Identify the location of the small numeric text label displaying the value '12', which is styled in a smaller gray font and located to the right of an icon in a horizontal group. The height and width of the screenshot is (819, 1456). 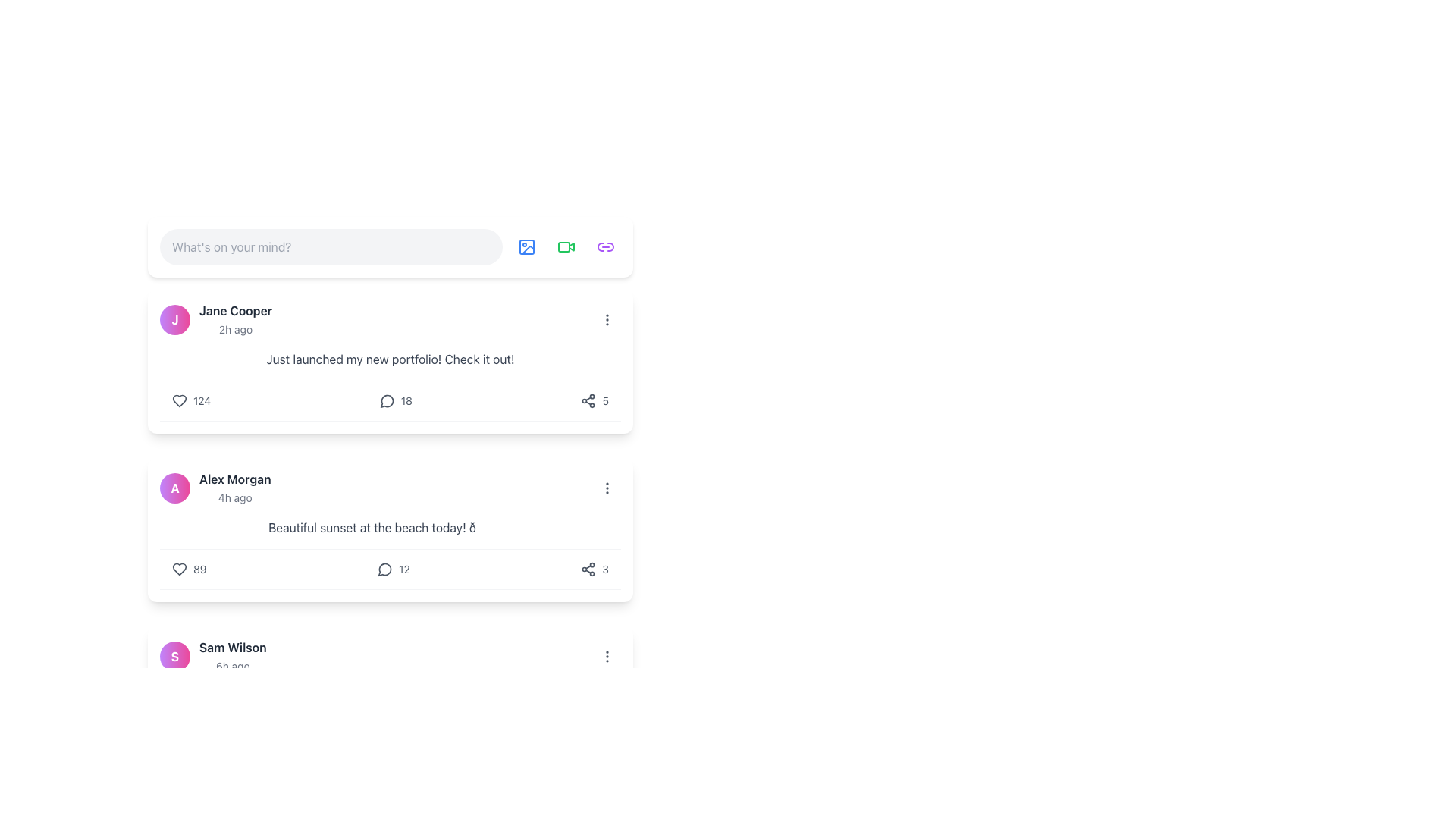
(404, 570).